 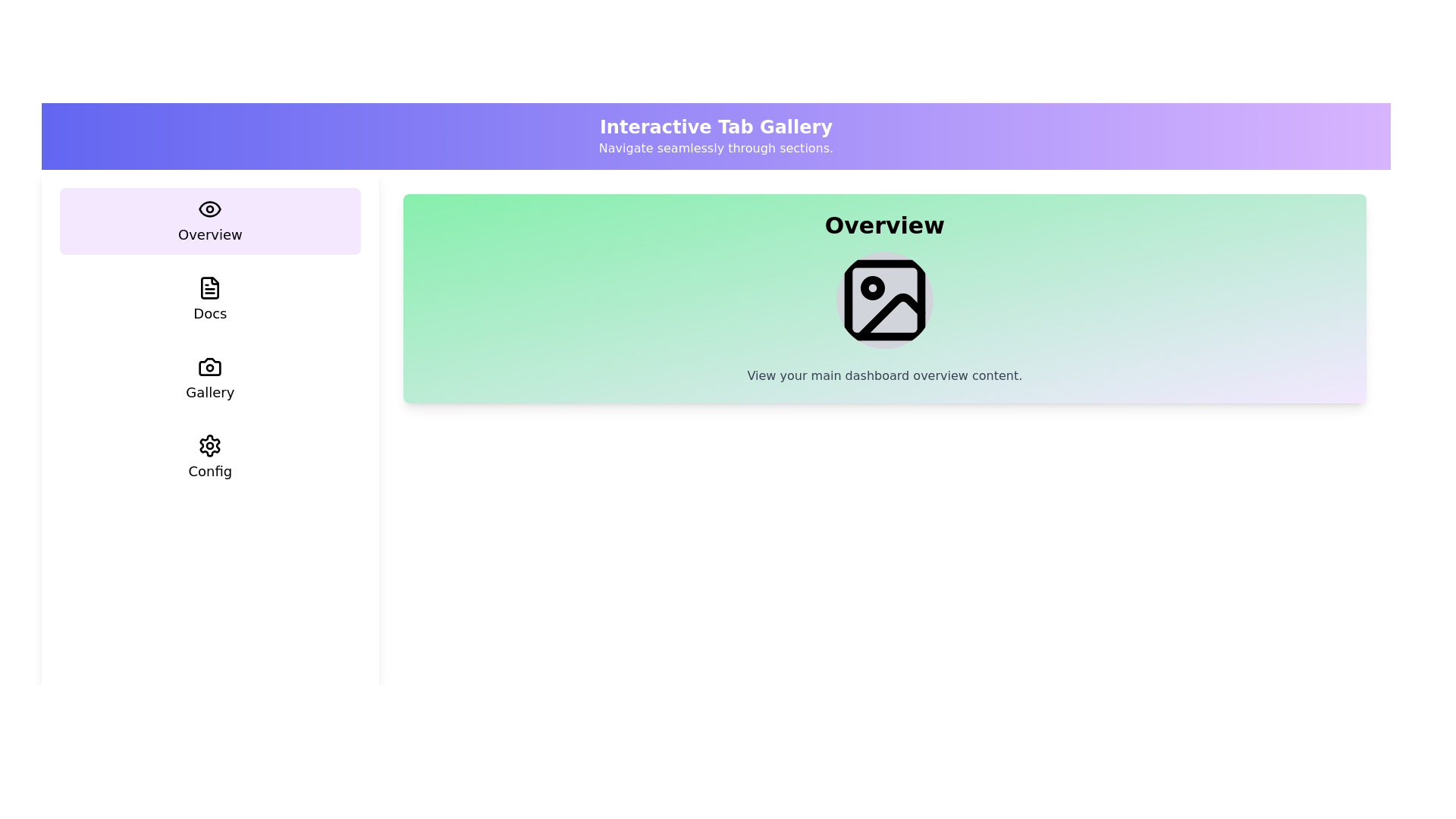 I want to click on the tab named Config by clicking its icon, so click(x=209, y=457).